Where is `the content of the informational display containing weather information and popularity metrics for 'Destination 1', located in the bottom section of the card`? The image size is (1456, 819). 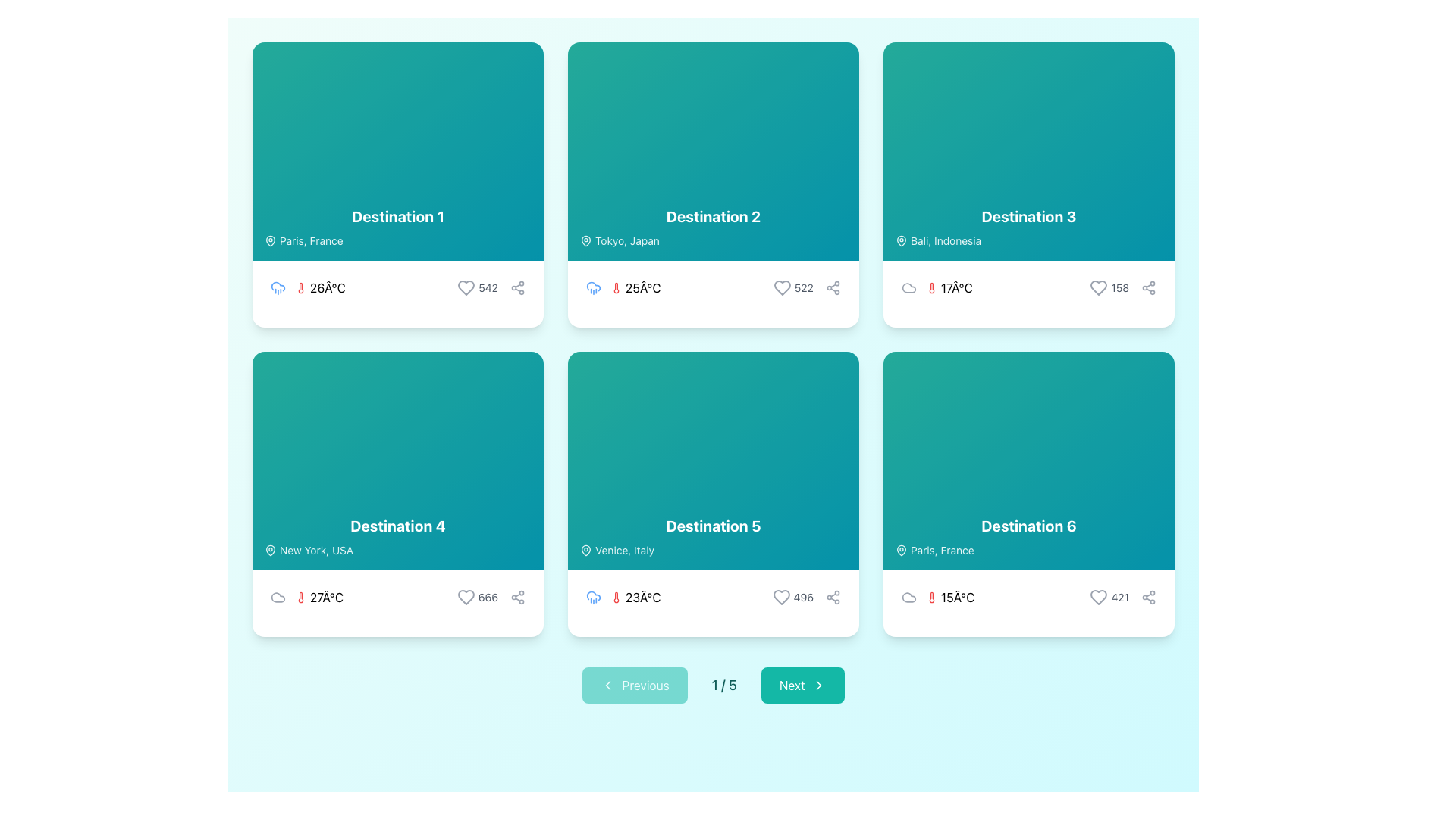 the content of the informational display containing weather information and popularity metrics for 'Destination 1', located in the bottom section of the card is located at coordinates (397, 288).